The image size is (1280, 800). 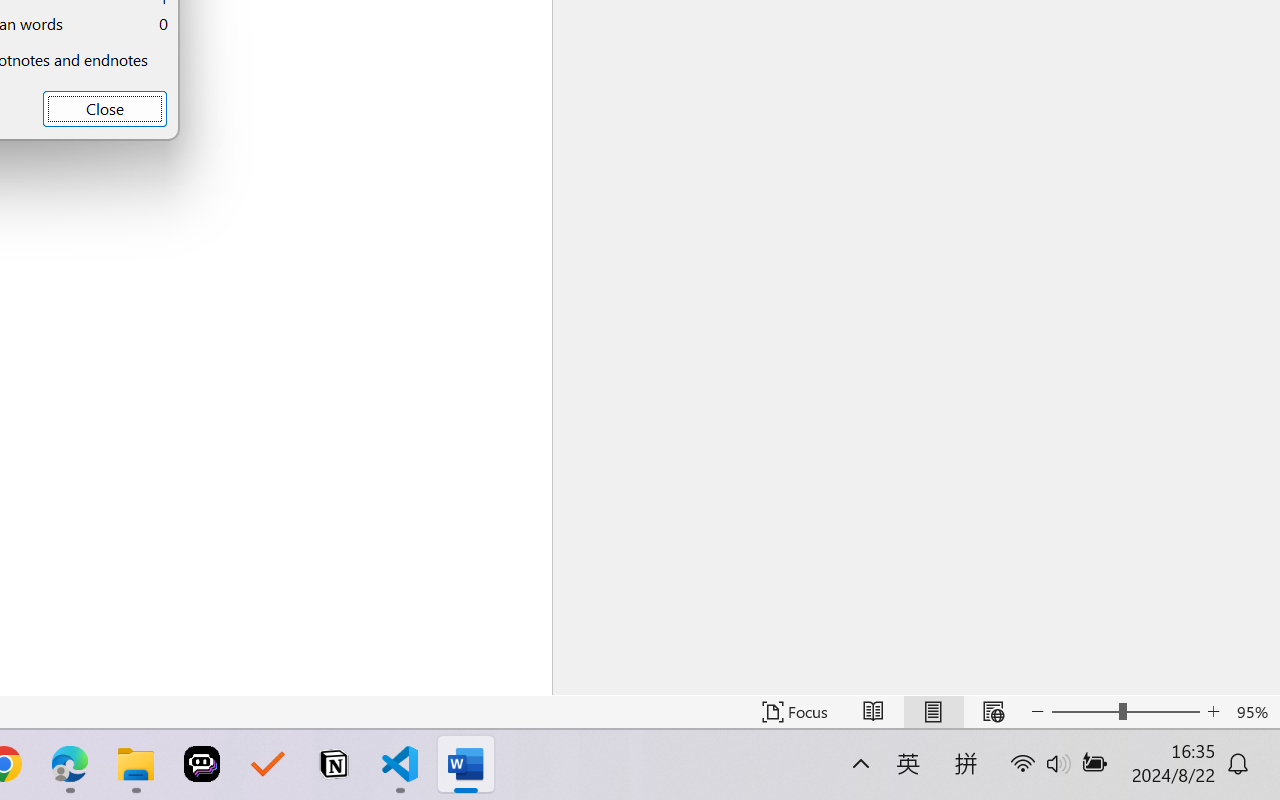 What do you see at coordinates (334, 764) in the screenshot?
I see `'Notion'` at bounding box center [334, 764].